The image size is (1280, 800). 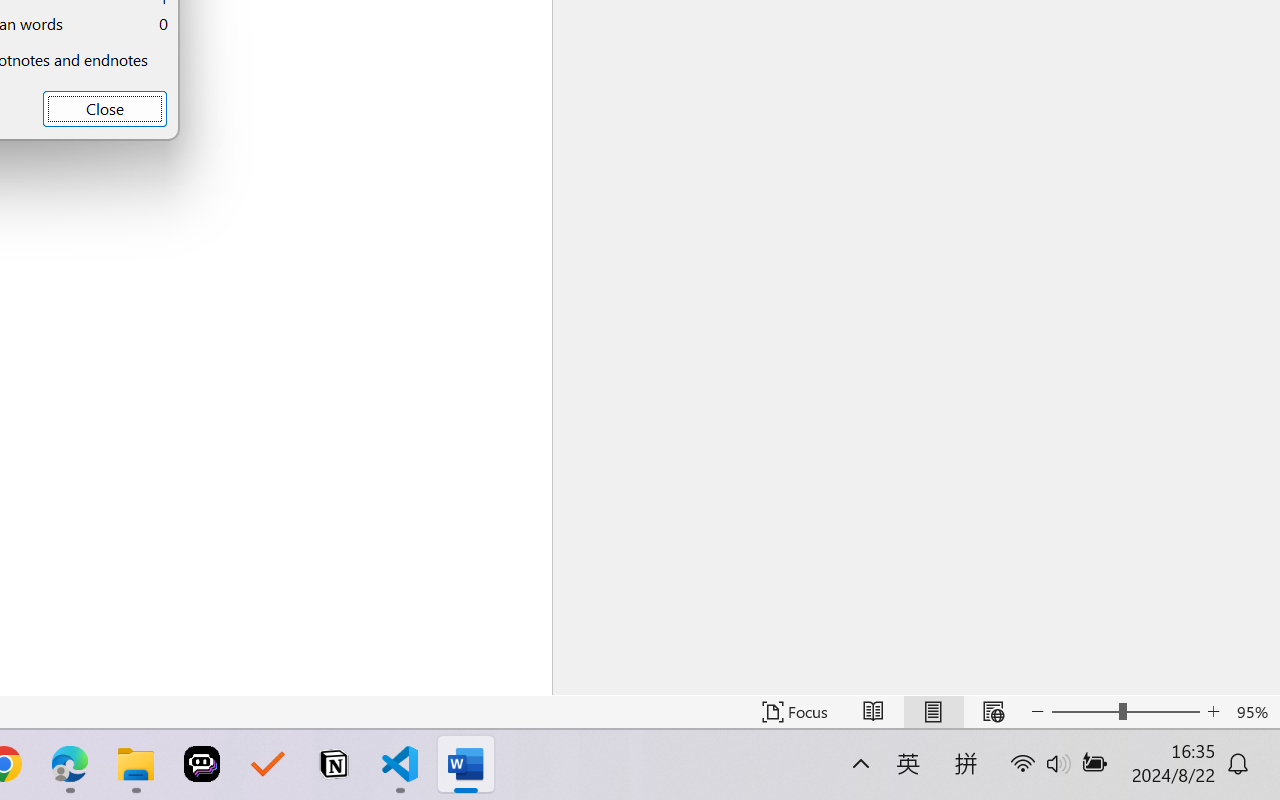 What do you see at coordinates (334, 764) in the screenshot?
I see `'Notion'` at bounding box center [334, 764].